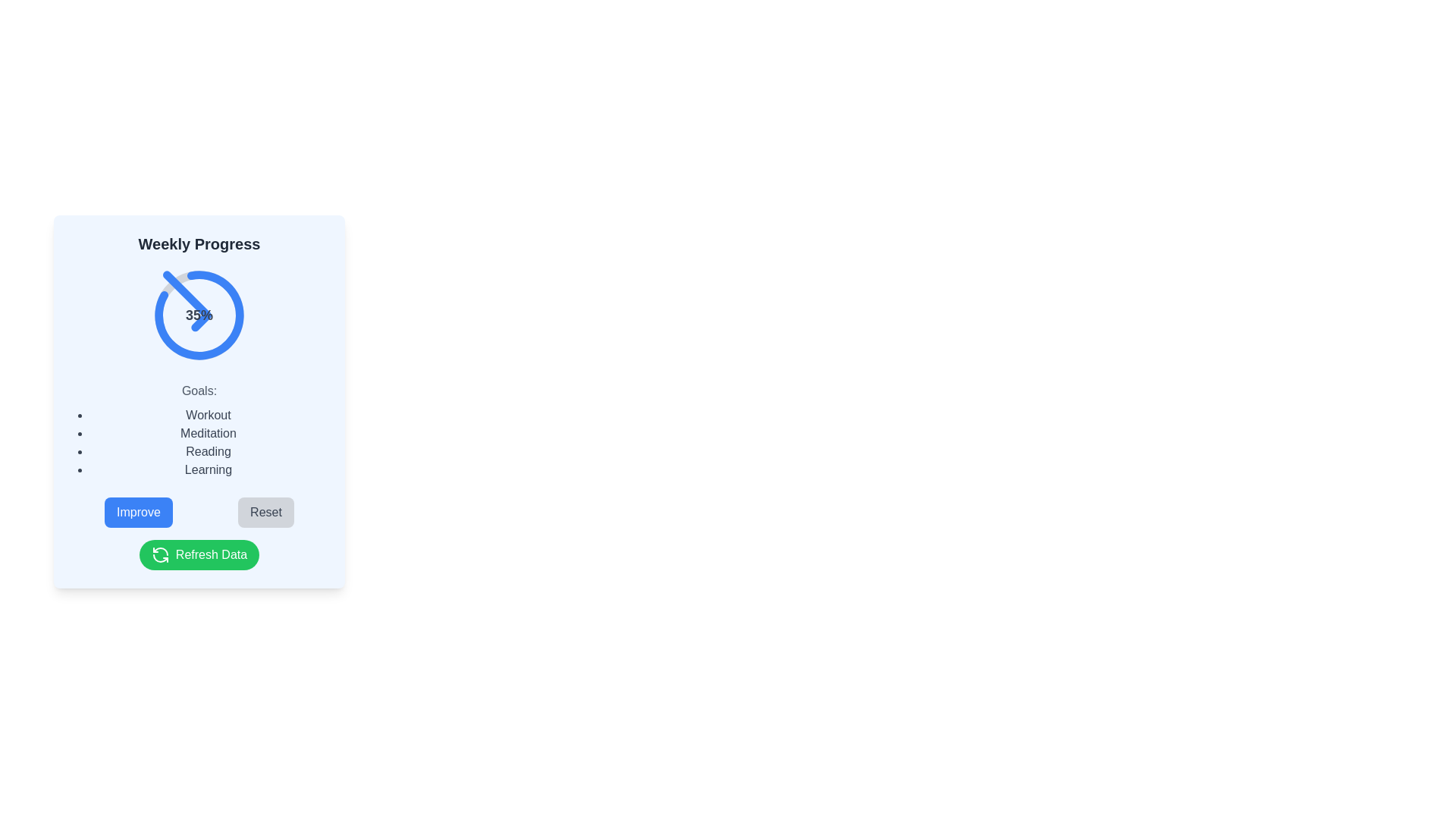 The width and height of the screenshot is (1456, 819). What do you see at coordinates (160, 555) in the screenshot?
I see `the leading icon inside the 'Refresh Data' button, which is part of a green, rounded button at the bottom of the interface` at bounding box center [160, 555].